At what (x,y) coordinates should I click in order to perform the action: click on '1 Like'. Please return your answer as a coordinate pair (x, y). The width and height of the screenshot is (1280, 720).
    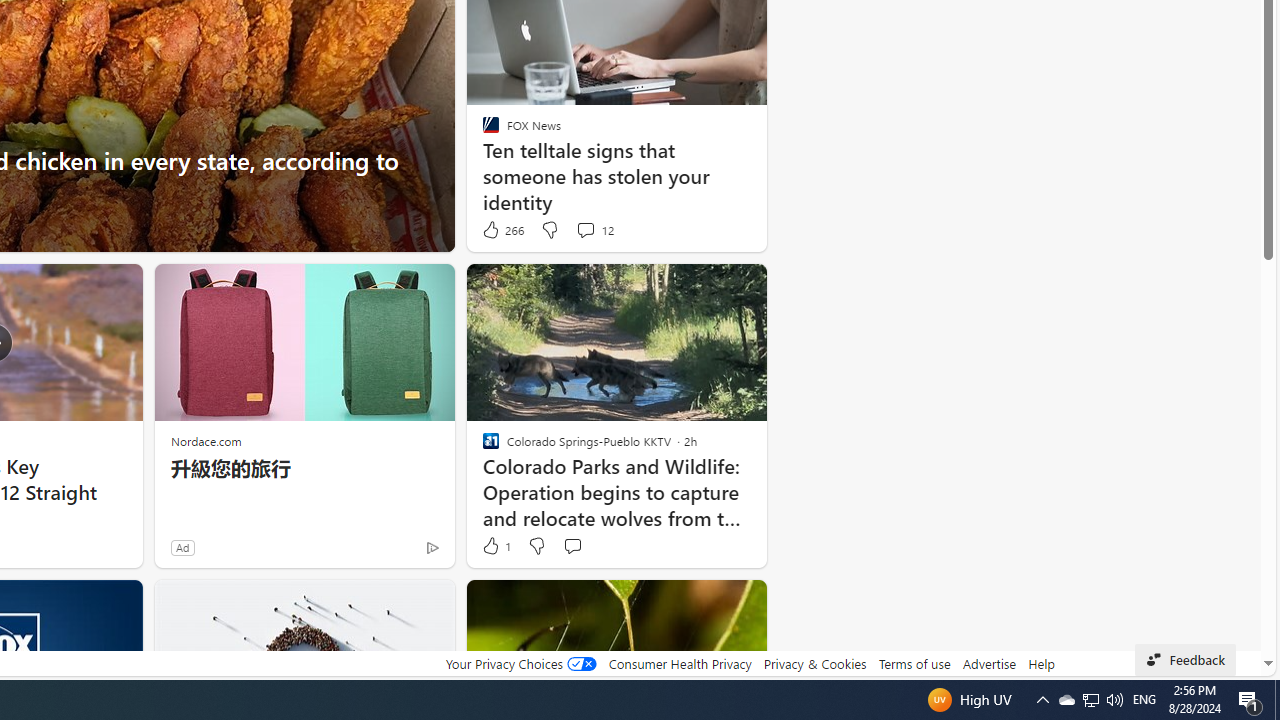
    Looking at the image, I should click on (495, 546).